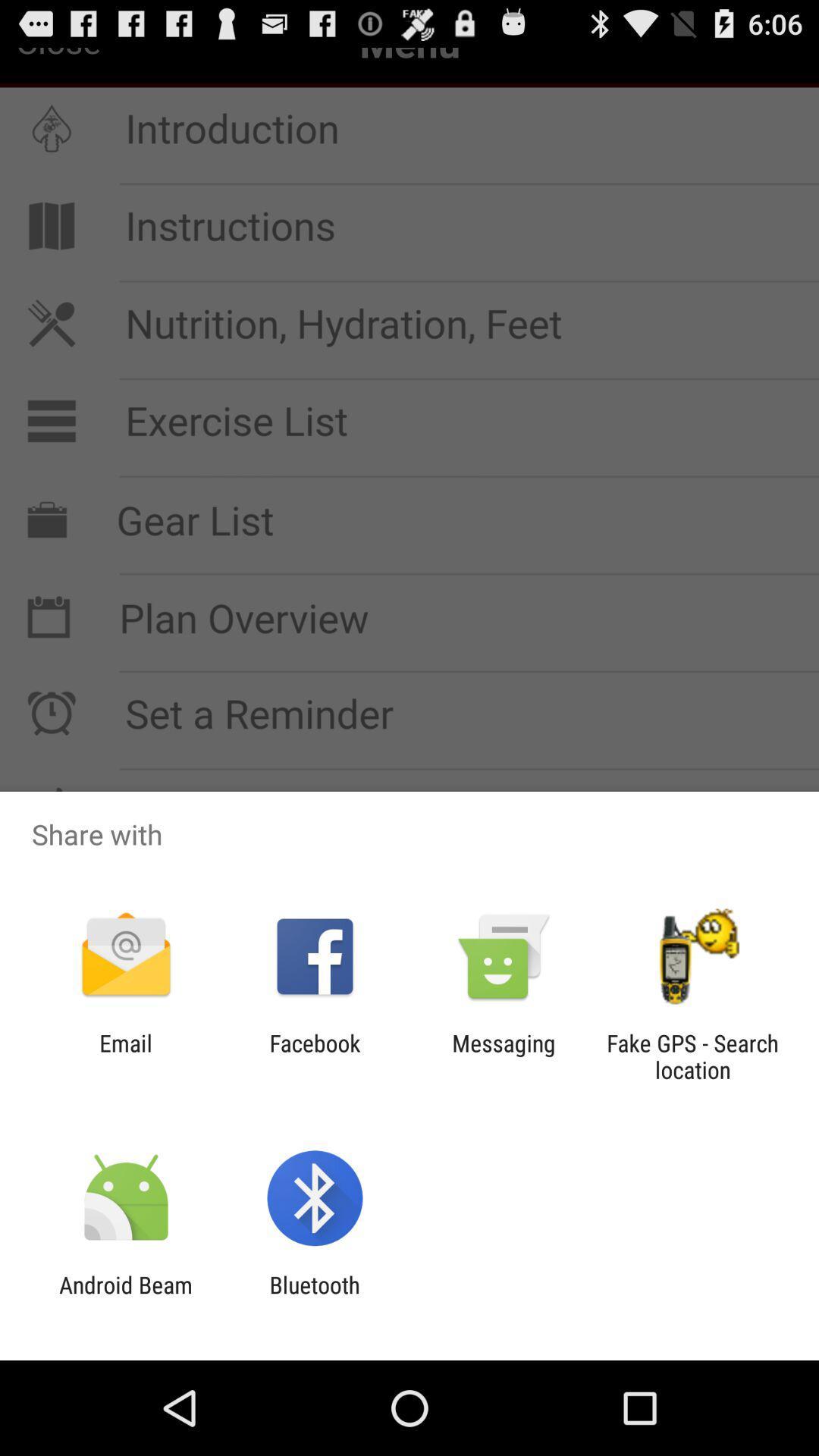 This screenshot has width=819, height=1456. Describe the element at coordinates (314, 1056) in the screenshot. I see `the app to the left of messaging app` at that location.